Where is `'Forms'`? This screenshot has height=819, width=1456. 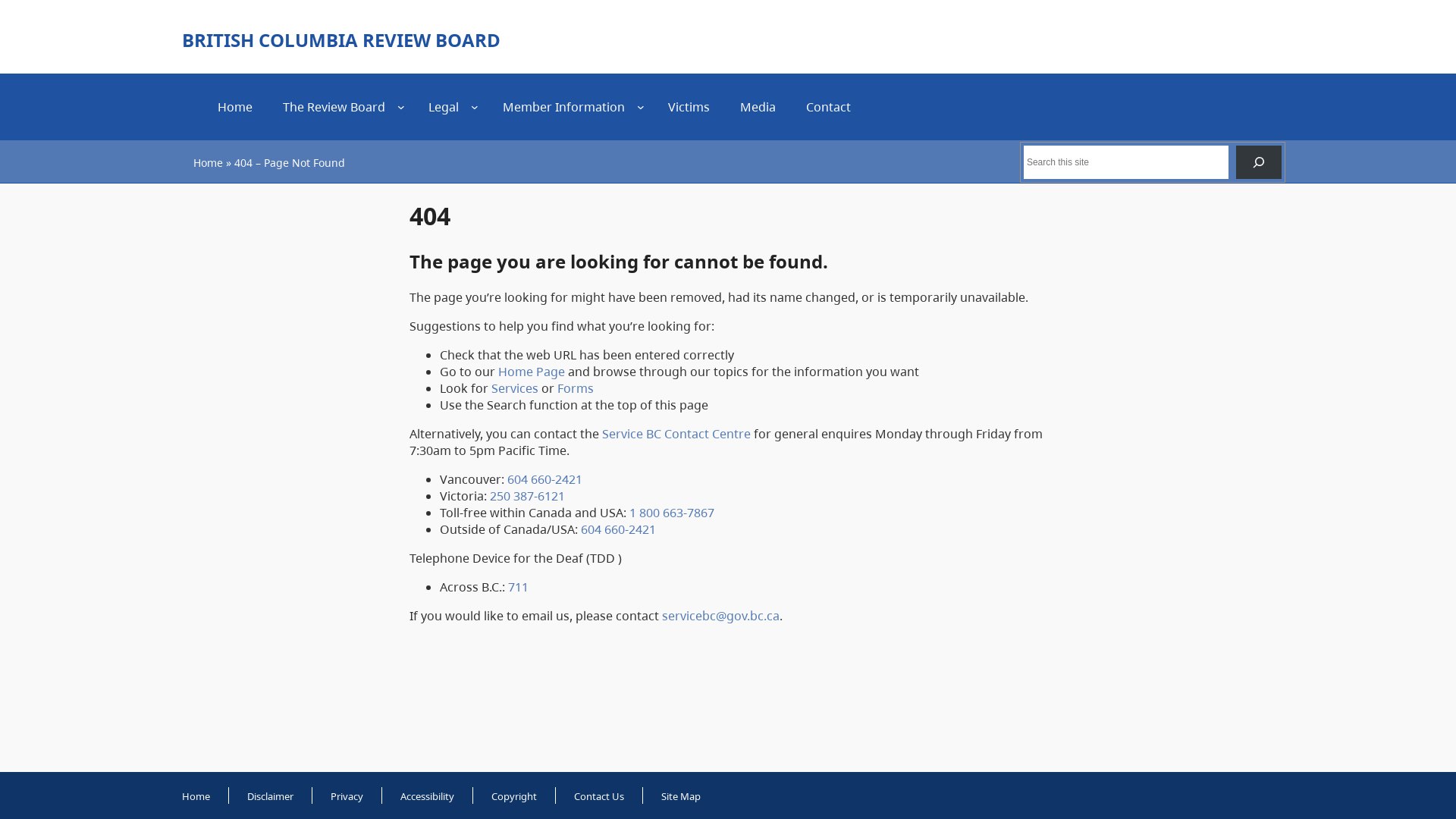
'Forms' is located at coordinates (574, 388).